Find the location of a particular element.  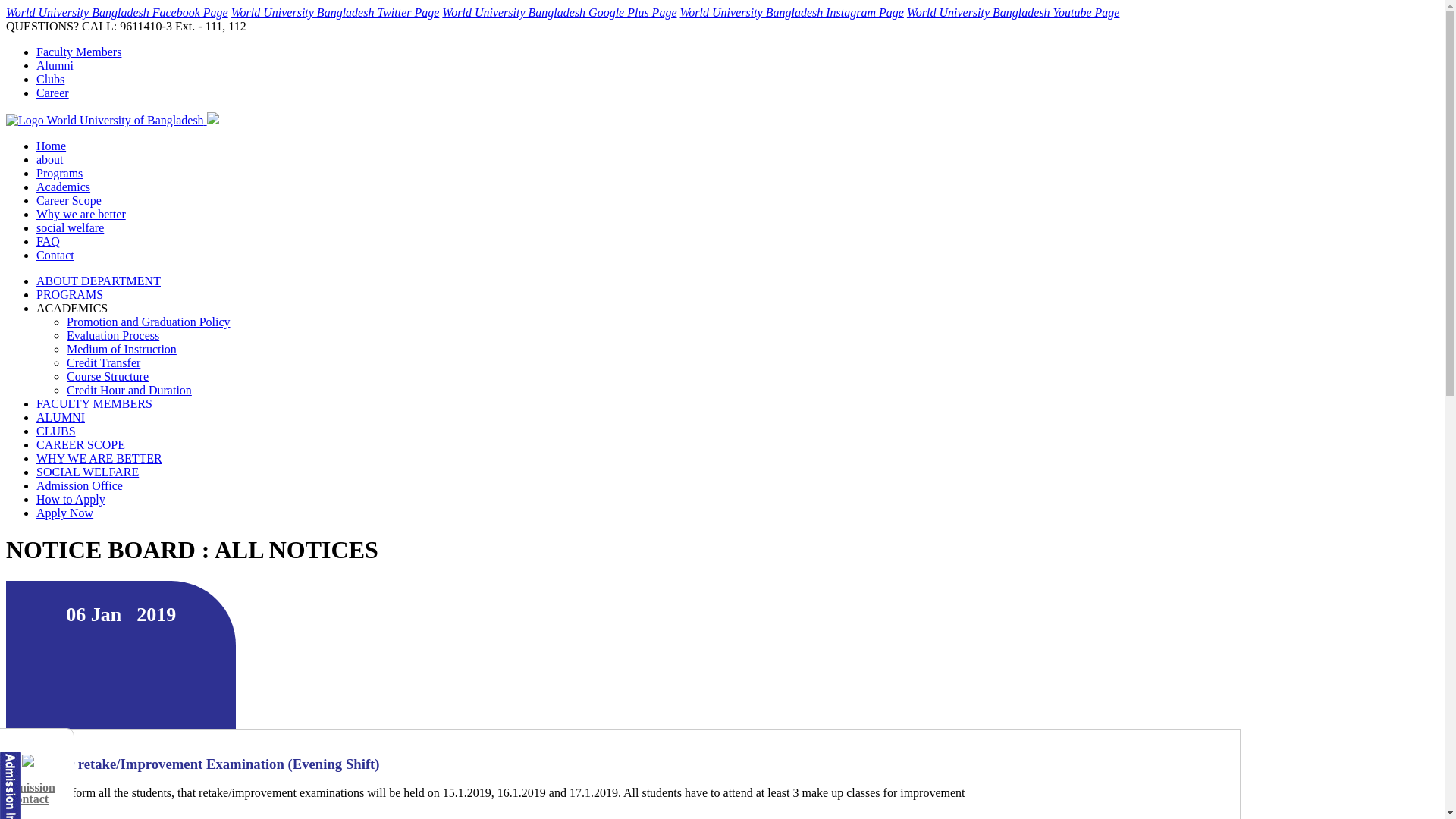

'PROGRAMS' is located at coordinates (68, 294).